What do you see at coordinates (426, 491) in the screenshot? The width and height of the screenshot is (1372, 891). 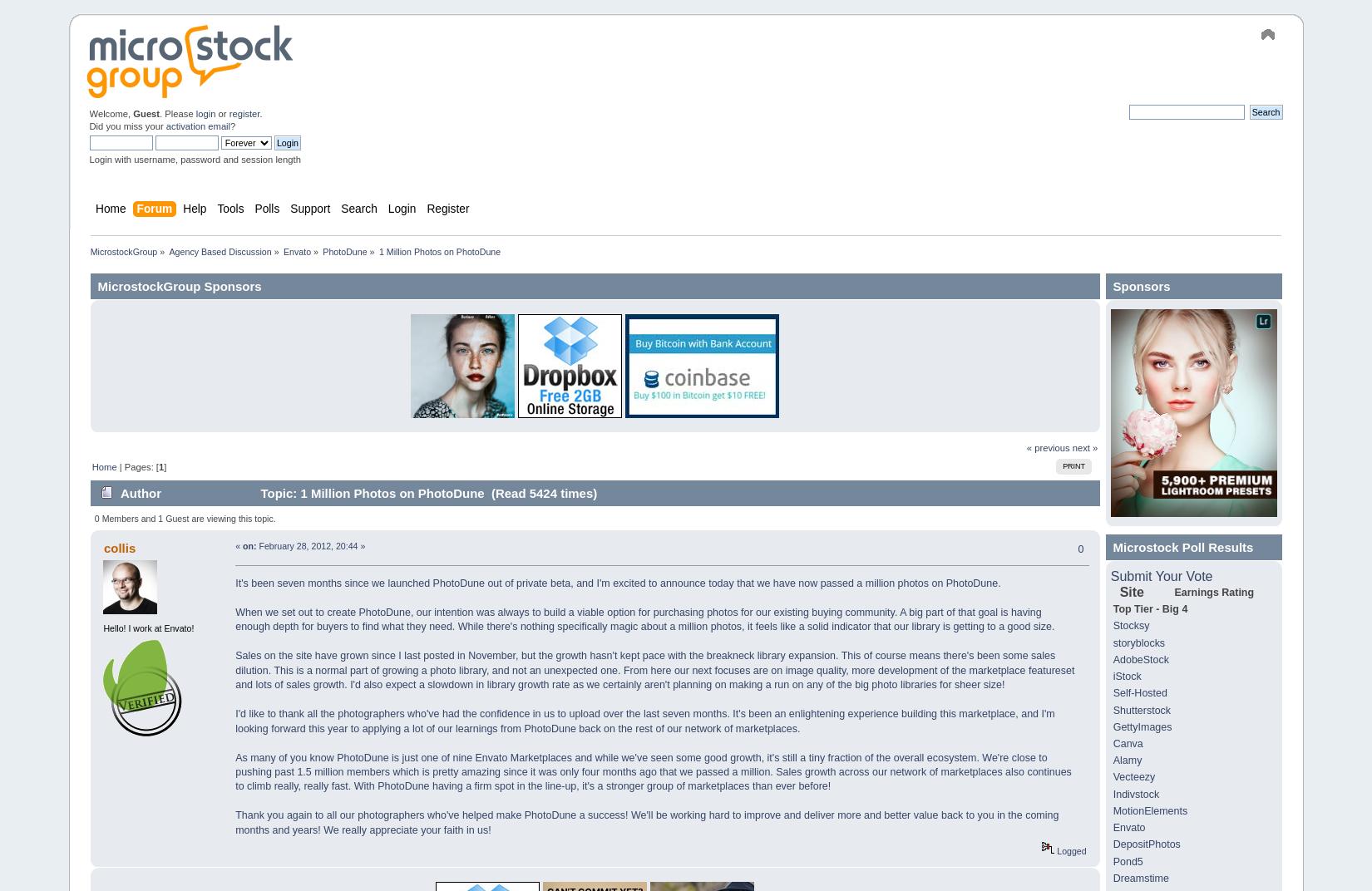 I see `'Topic: 1 Million Photos on PhotoDune  (Read 5424 times)'` at bounding box center [426, 491].